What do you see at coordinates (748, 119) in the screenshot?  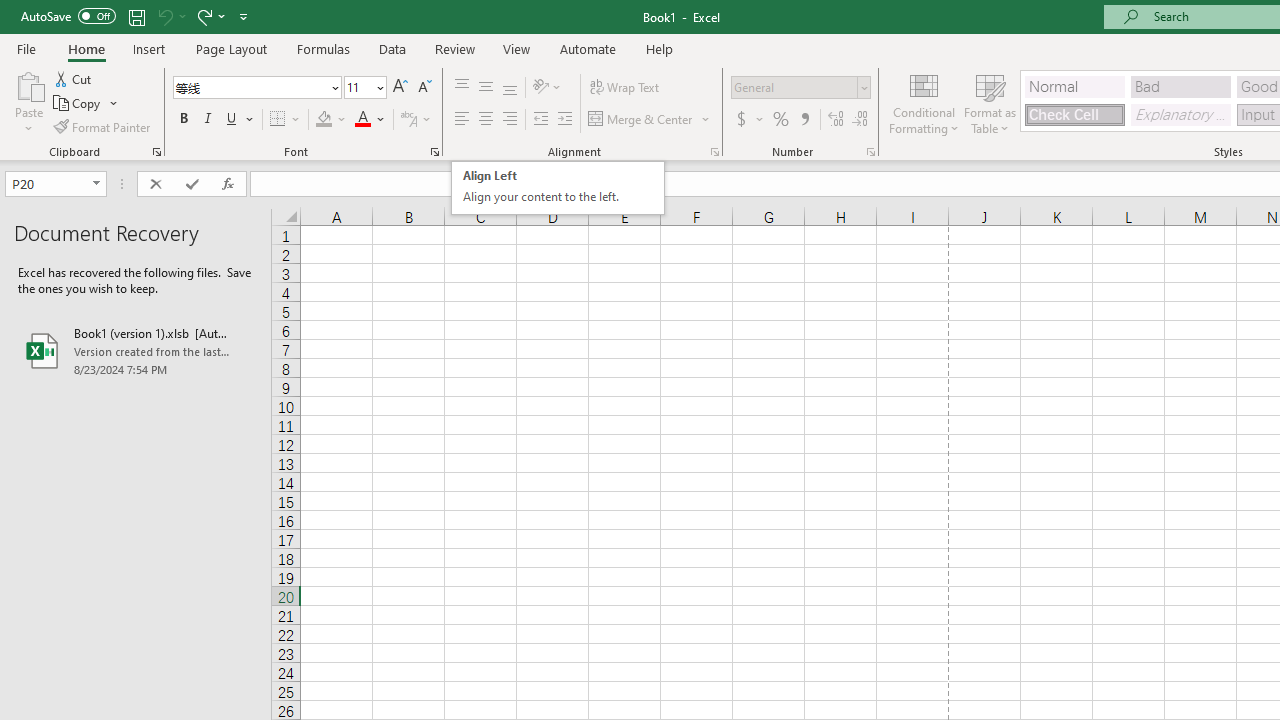 I see `'Accounting Number Format'` at bounding box center [748, 119].